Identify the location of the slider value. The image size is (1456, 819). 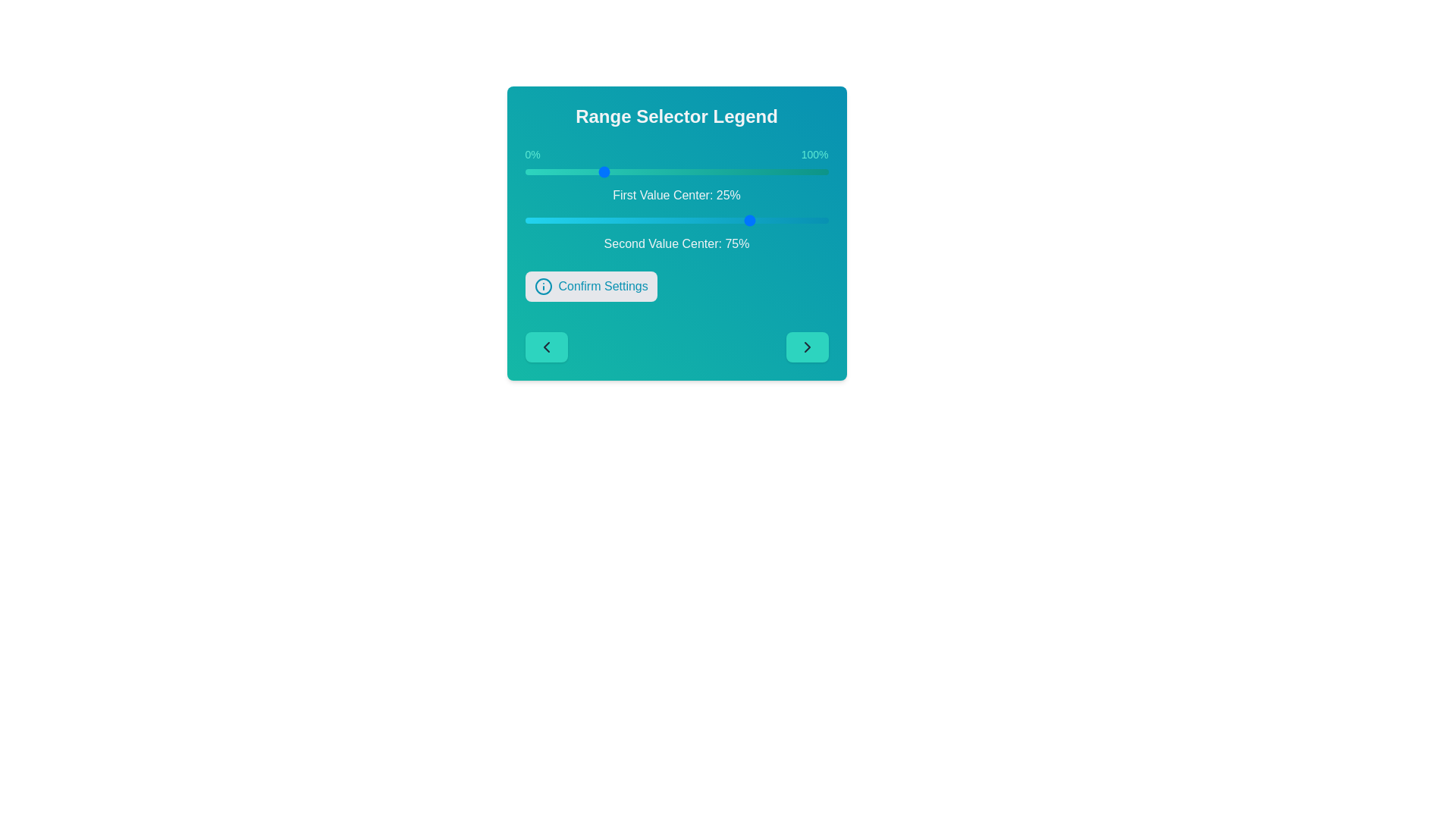
(715, 171).